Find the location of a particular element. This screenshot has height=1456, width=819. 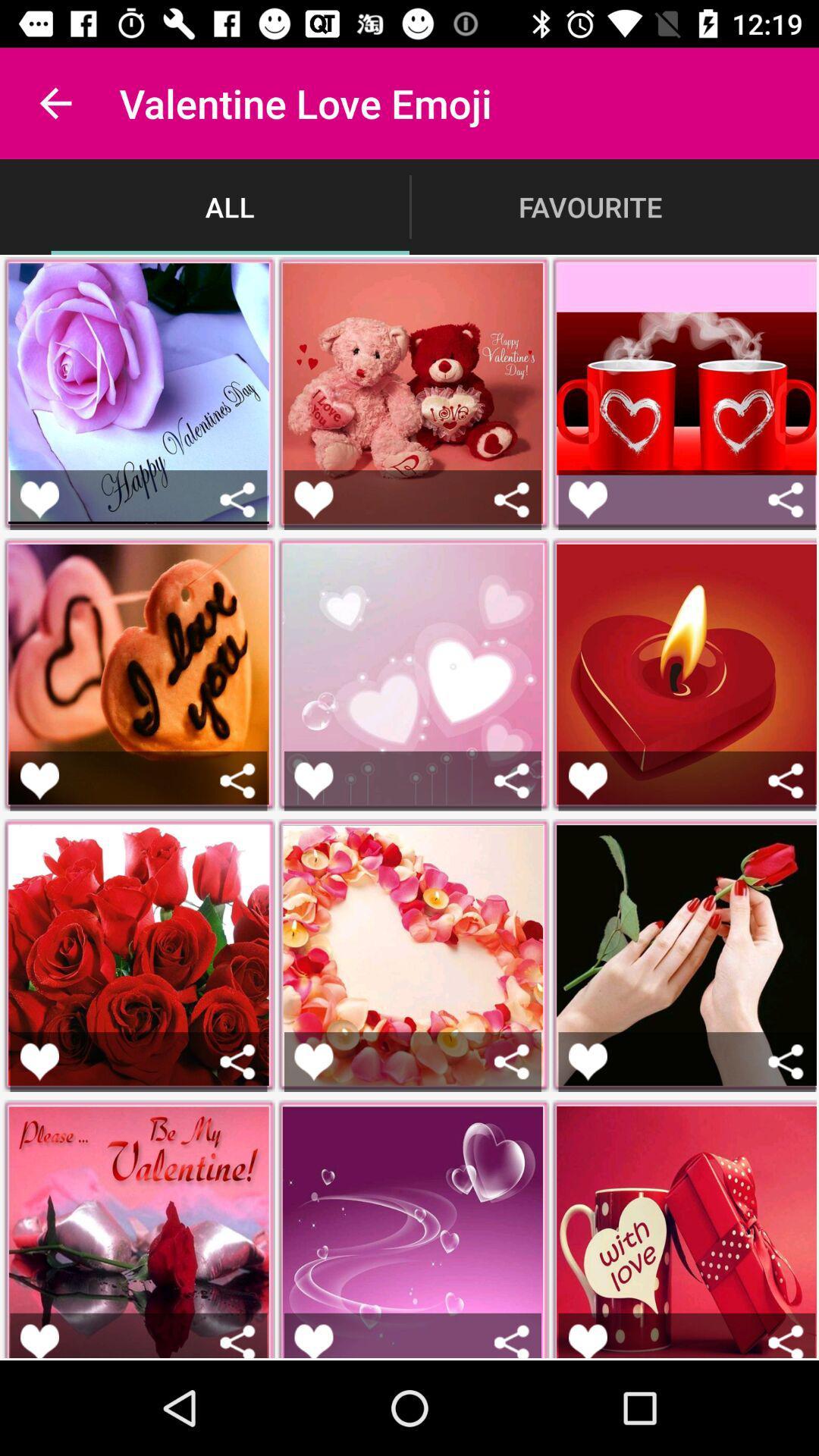

share the emoji or sticker is located at coordinates (785, 1061).